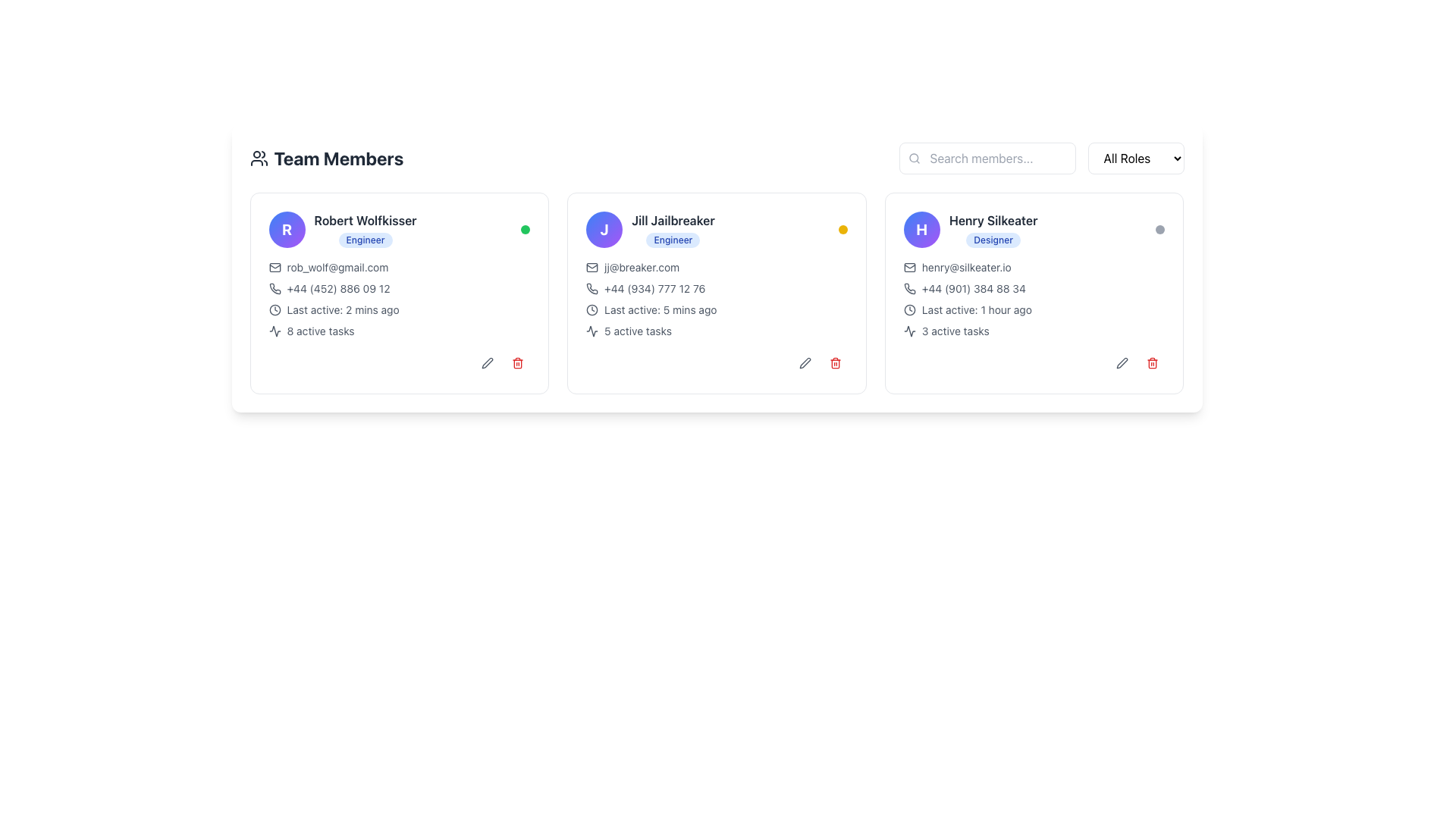 The height and width of the screenshot is (819, 1456). Describe the element at coordinates (275, 330) in the screenshot. I see `the small, stylized line icon depicting an activity indicator, which is located to the left of the text '8 active tasks'` at that location.